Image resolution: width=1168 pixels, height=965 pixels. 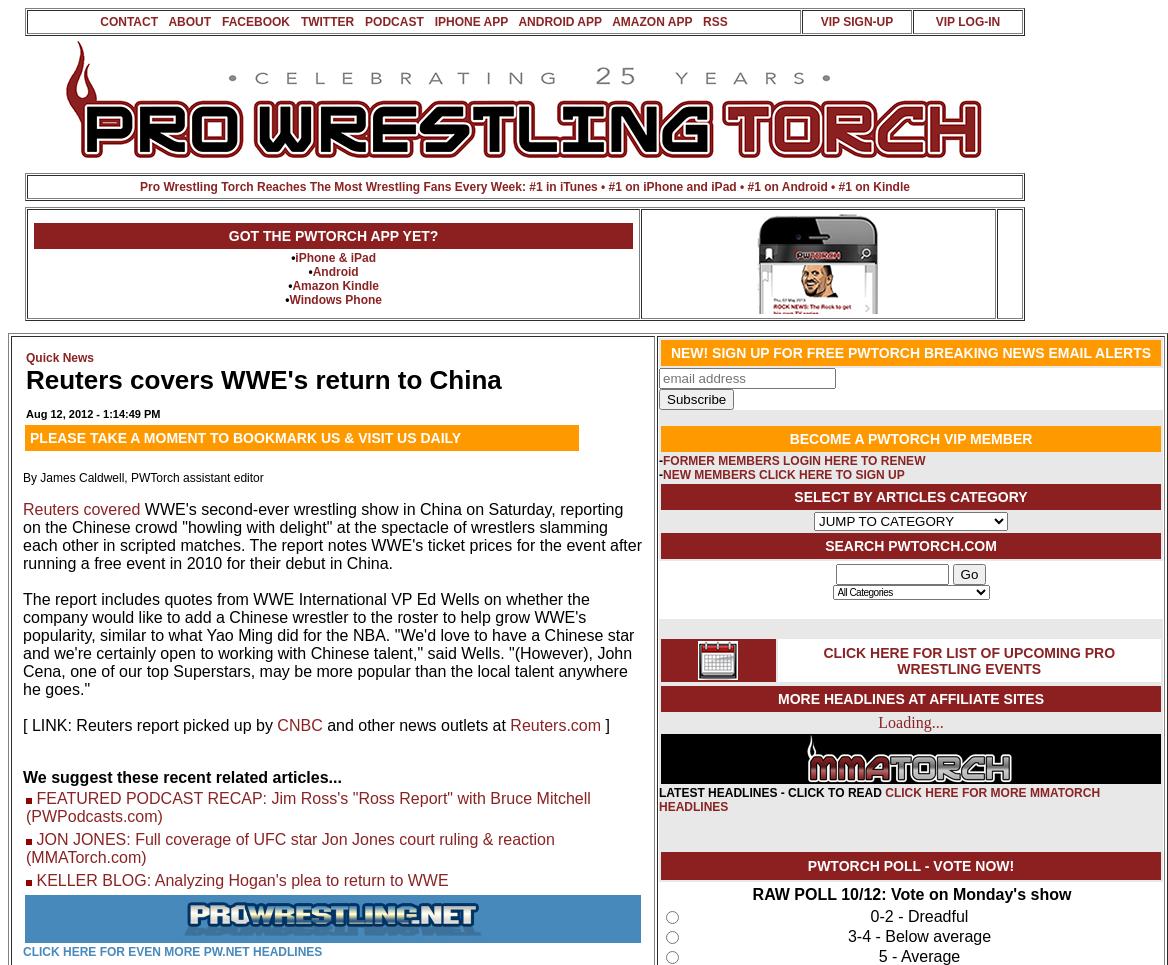 What do you see at coordinates (918, 915) in the screenshot?
I see `'0-2 - Dreadful'` at bounding box center [918, 915].